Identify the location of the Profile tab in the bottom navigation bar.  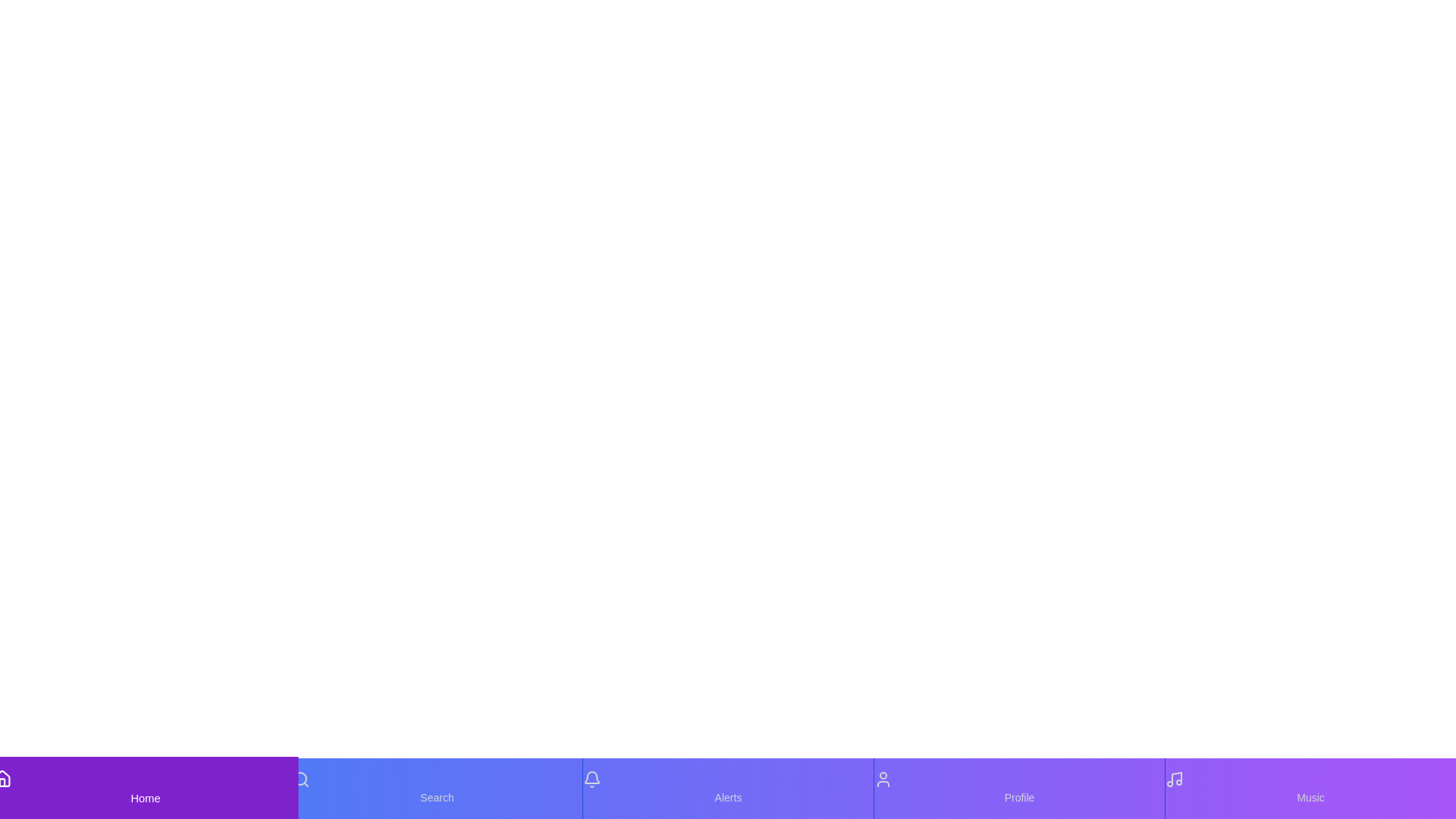
(1019, 788).